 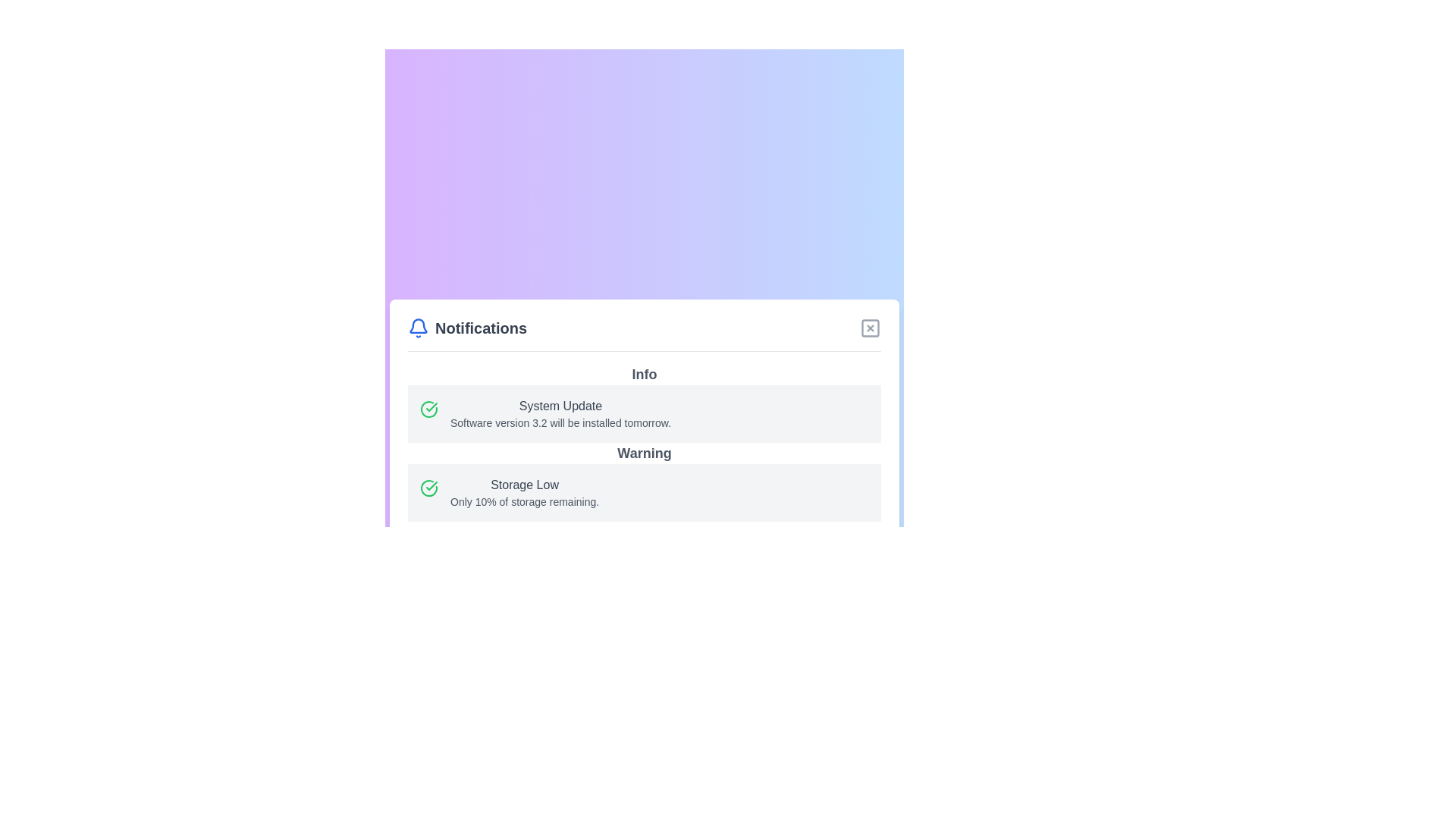 I want to click on the second notification item in the Notification panel that communicates an important update about an upcoming software installation to note the scheduled update, so click(x=644, y=413).